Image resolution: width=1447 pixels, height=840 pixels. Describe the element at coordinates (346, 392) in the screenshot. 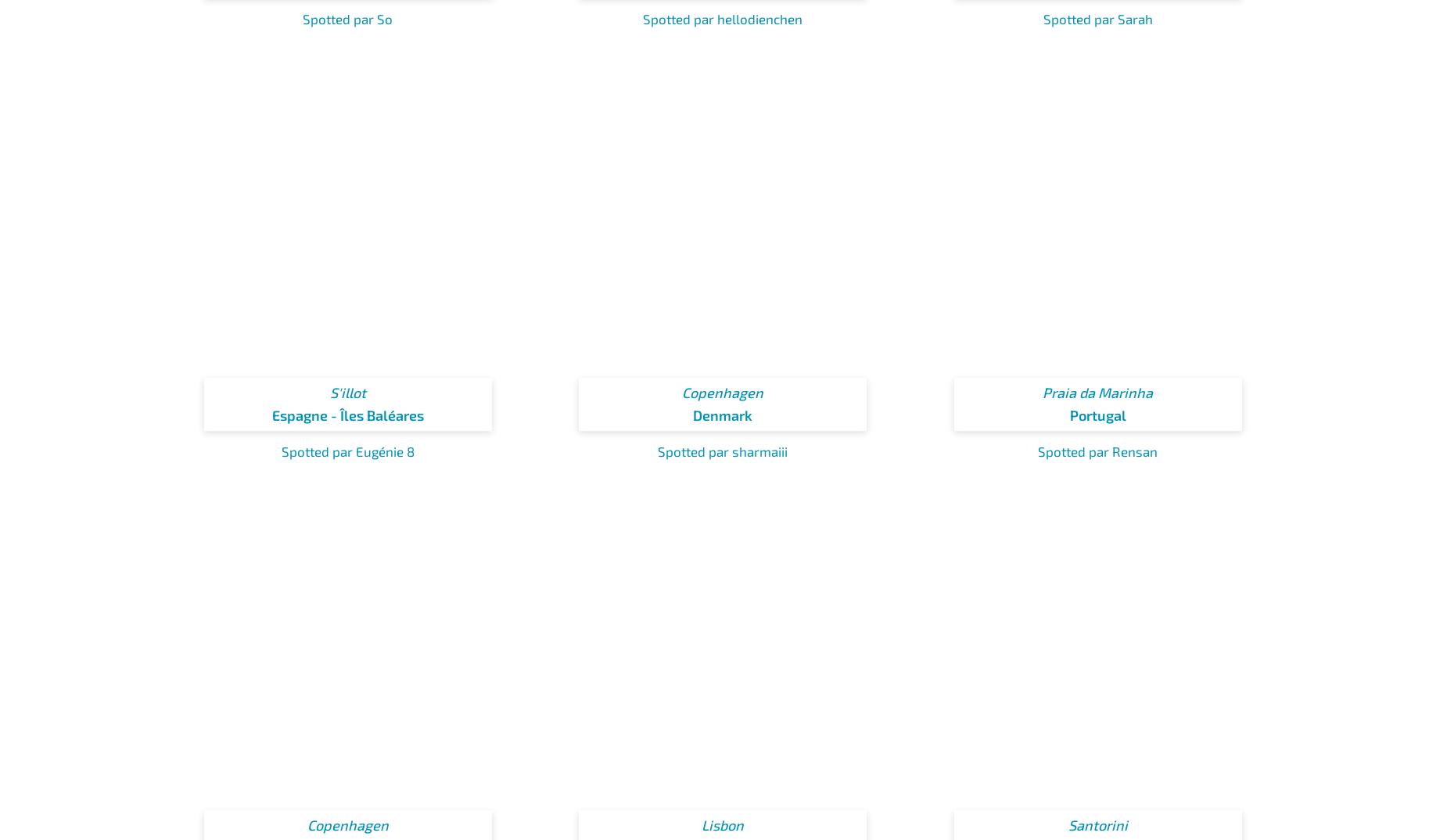

I see `'S'illot'` at that location.